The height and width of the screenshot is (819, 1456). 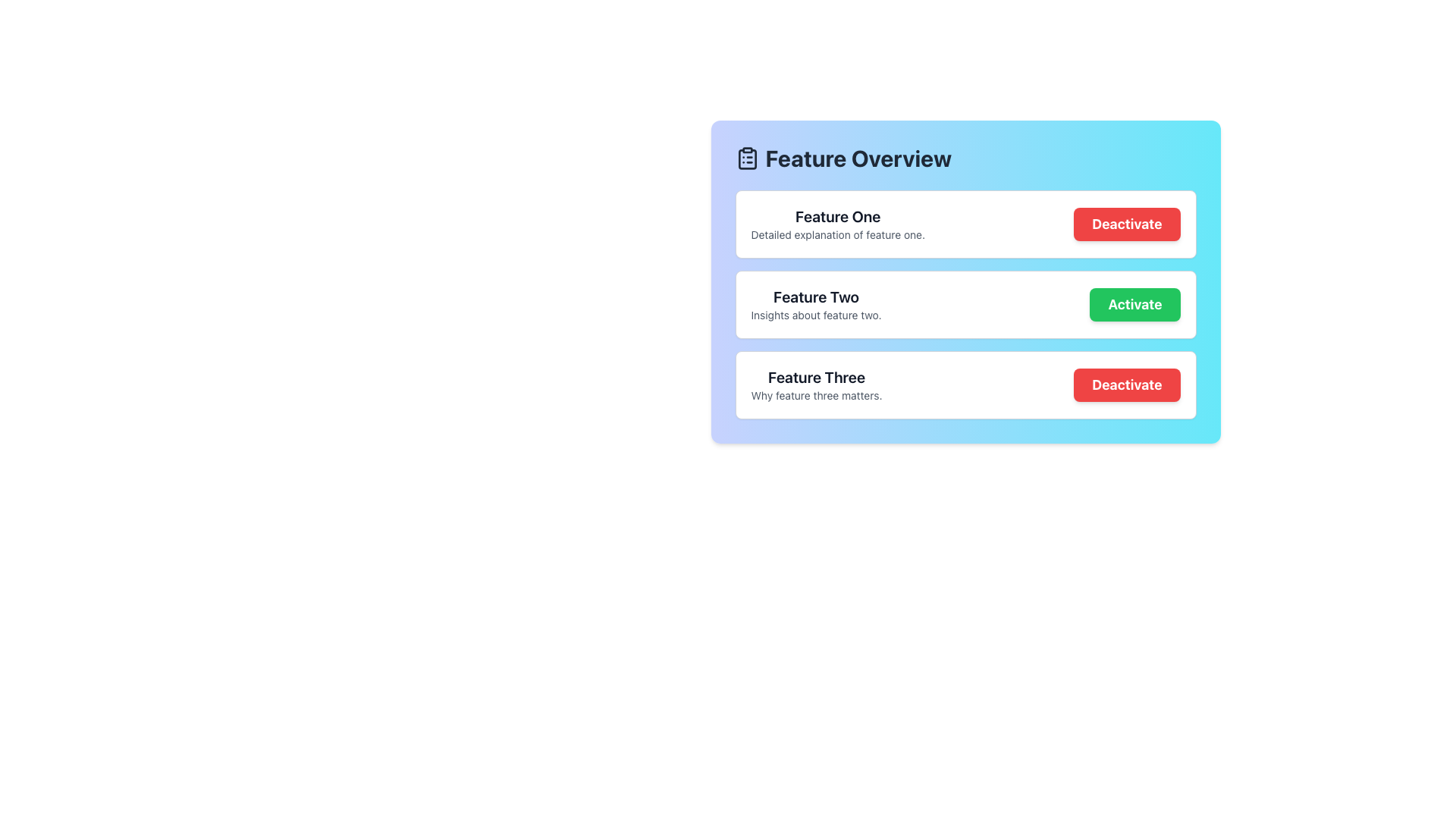 I want to click on text content labeled 'Feature Two' and its subtitle 'Insights about feature two.' which is located within a white background card in the second item of a vertically stacked list of feature descriptions, so click(x=815, y=304).